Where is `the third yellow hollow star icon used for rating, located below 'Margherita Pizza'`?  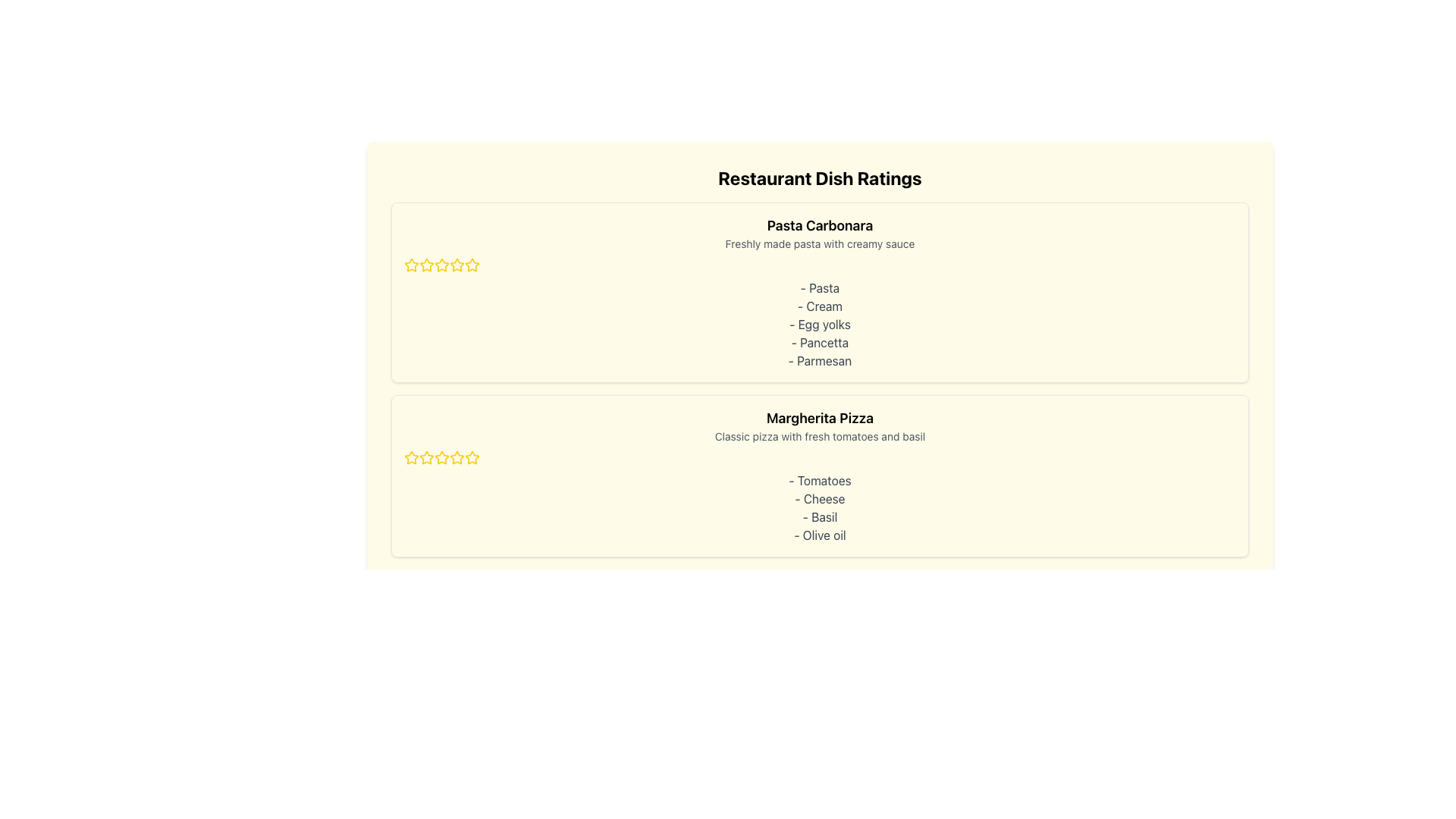 the third yellow hollow star icon used for rating, located below 'Margherita Pizza' is located at coordinates (472, 457).